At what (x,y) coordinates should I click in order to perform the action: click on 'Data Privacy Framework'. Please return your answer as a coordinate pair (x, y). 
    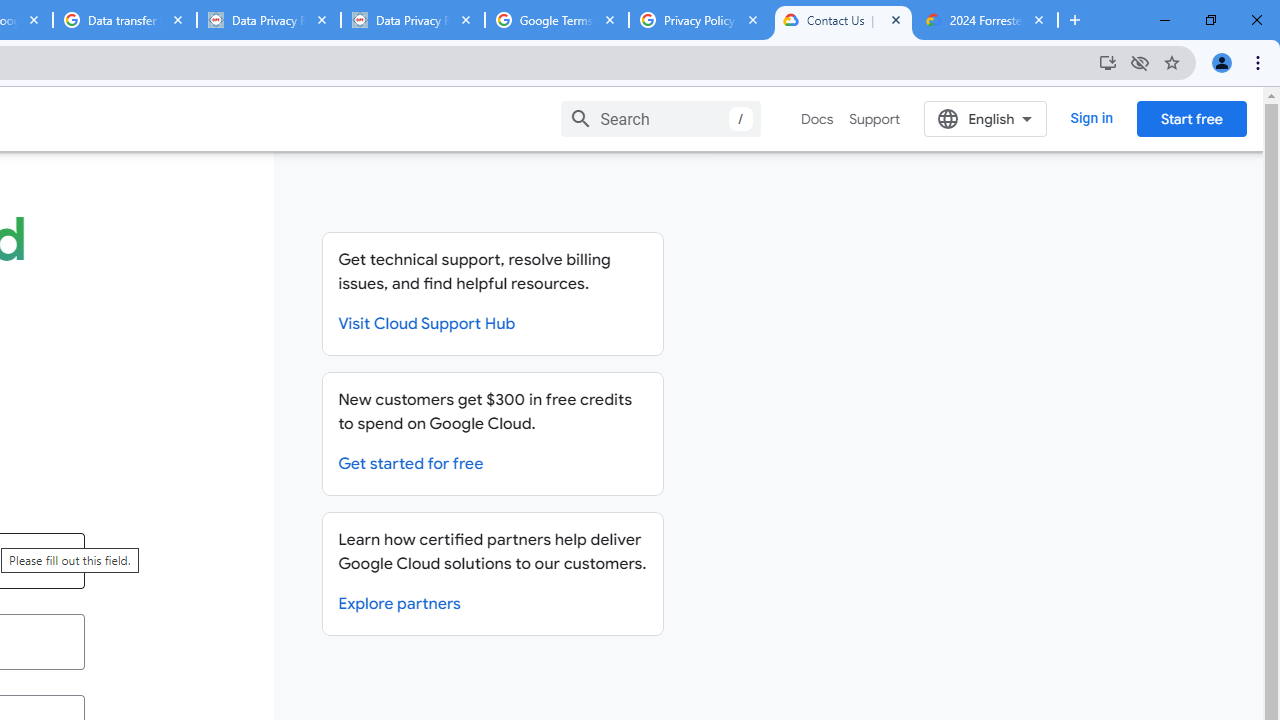
    Looking at the image, I should click on (411, 20).